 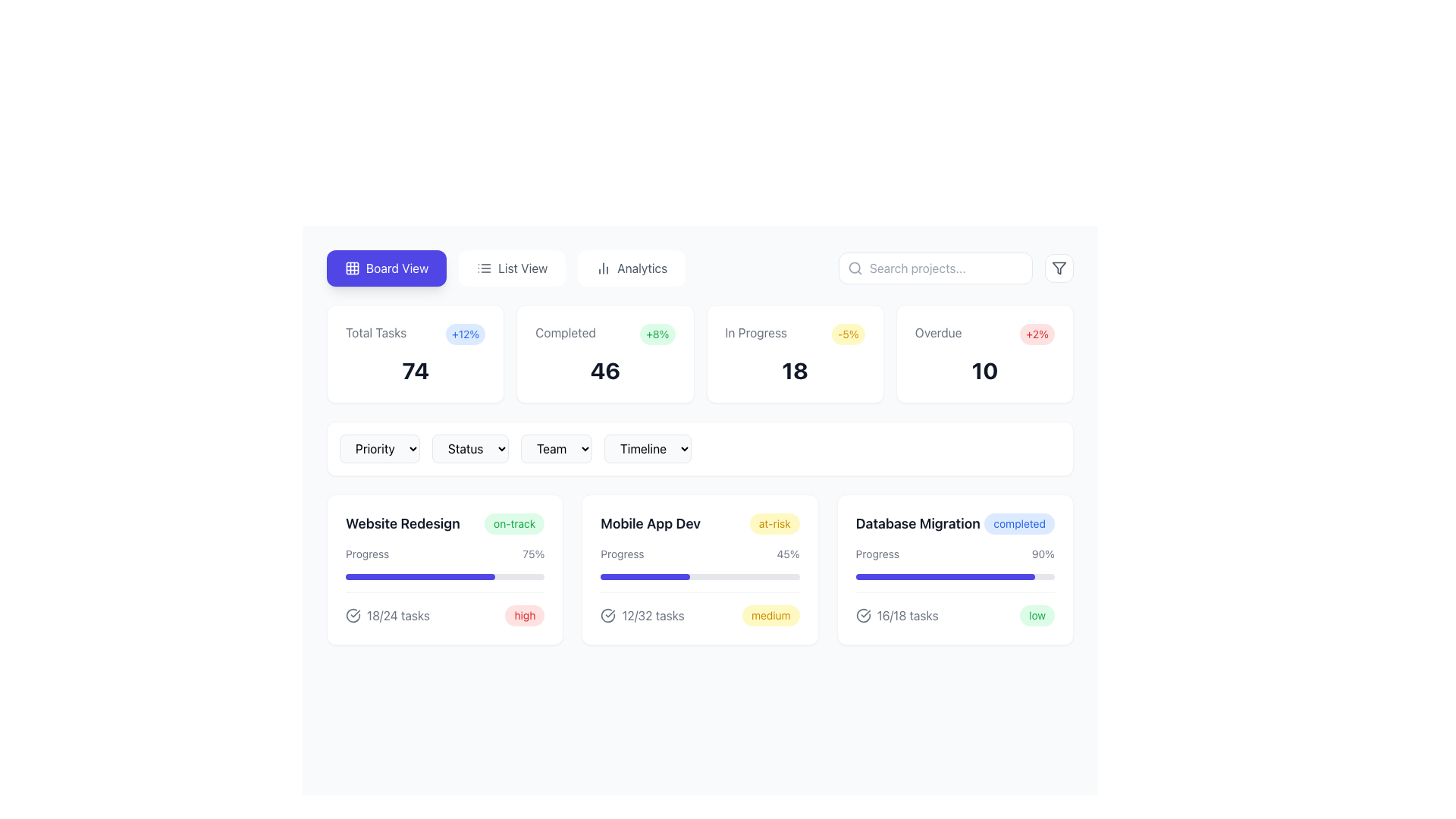 I want to click on the Text Label located to the left of the '75%' text in the 'Website Redesign' section, so click(x=367, y=554).